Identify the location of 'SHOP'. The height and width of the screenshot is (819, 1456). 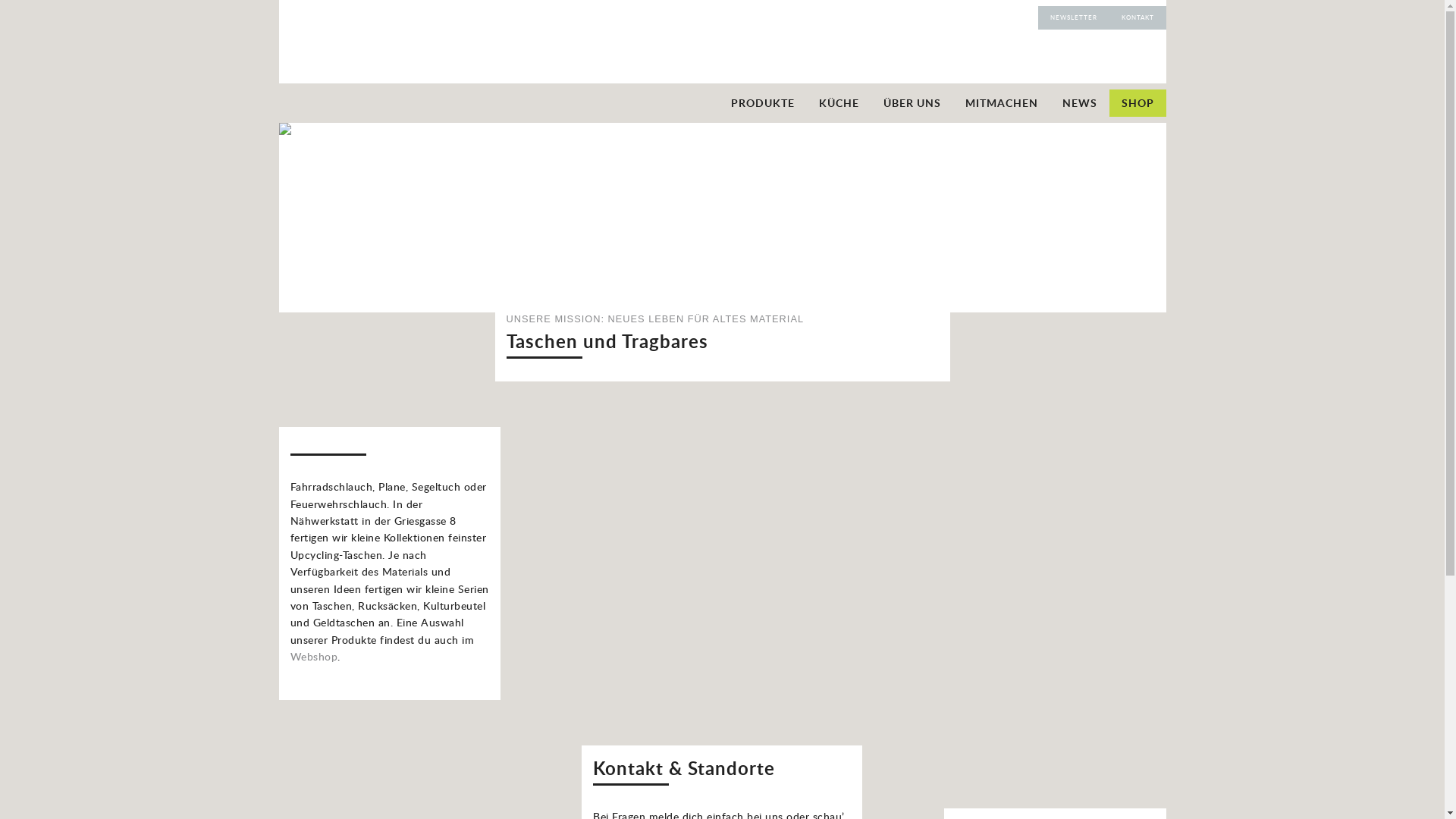
(1137, 102).